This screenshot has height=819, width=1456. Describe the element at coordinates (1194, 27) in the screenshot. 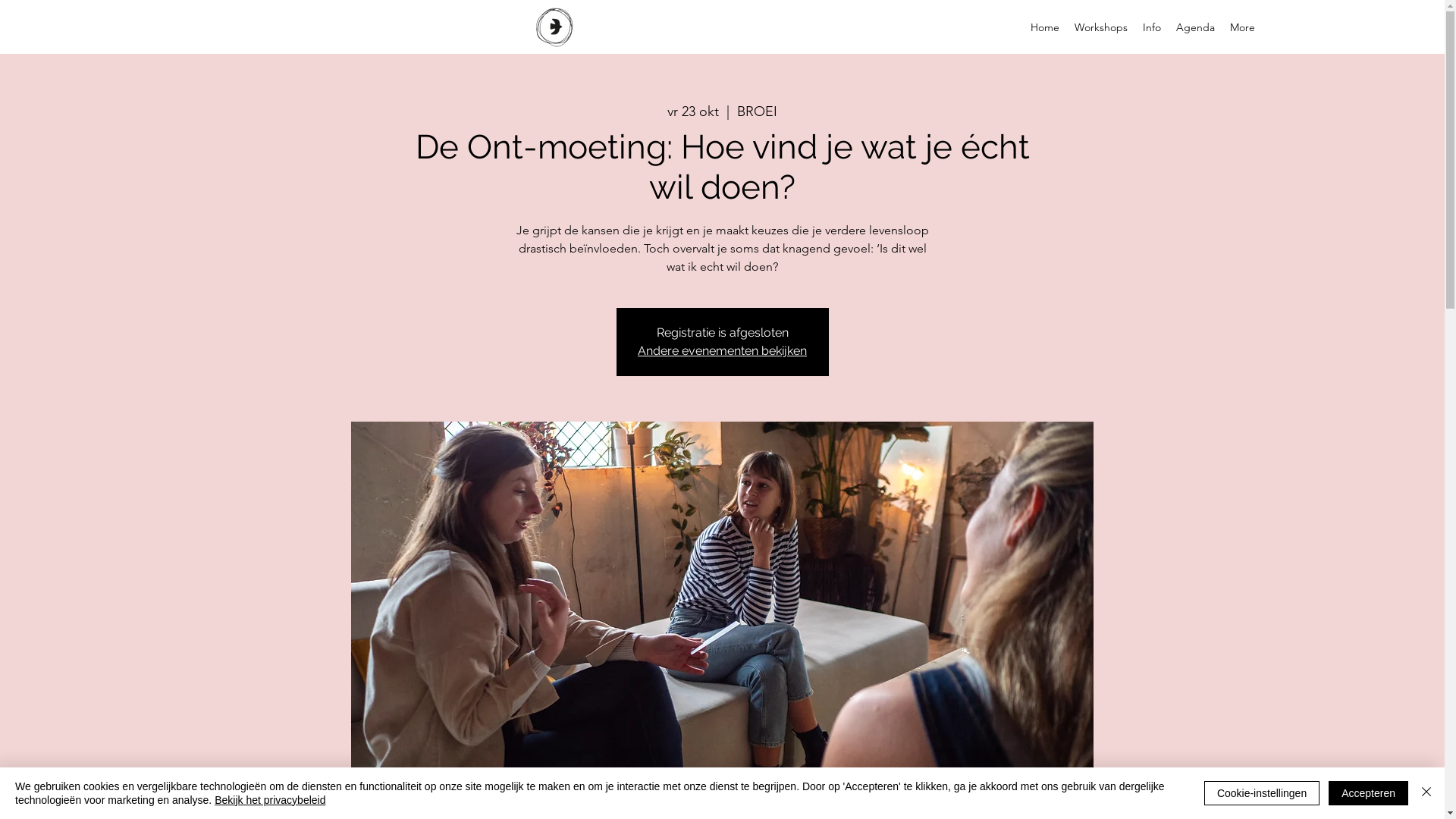

I see `'Agenda'` at that location.